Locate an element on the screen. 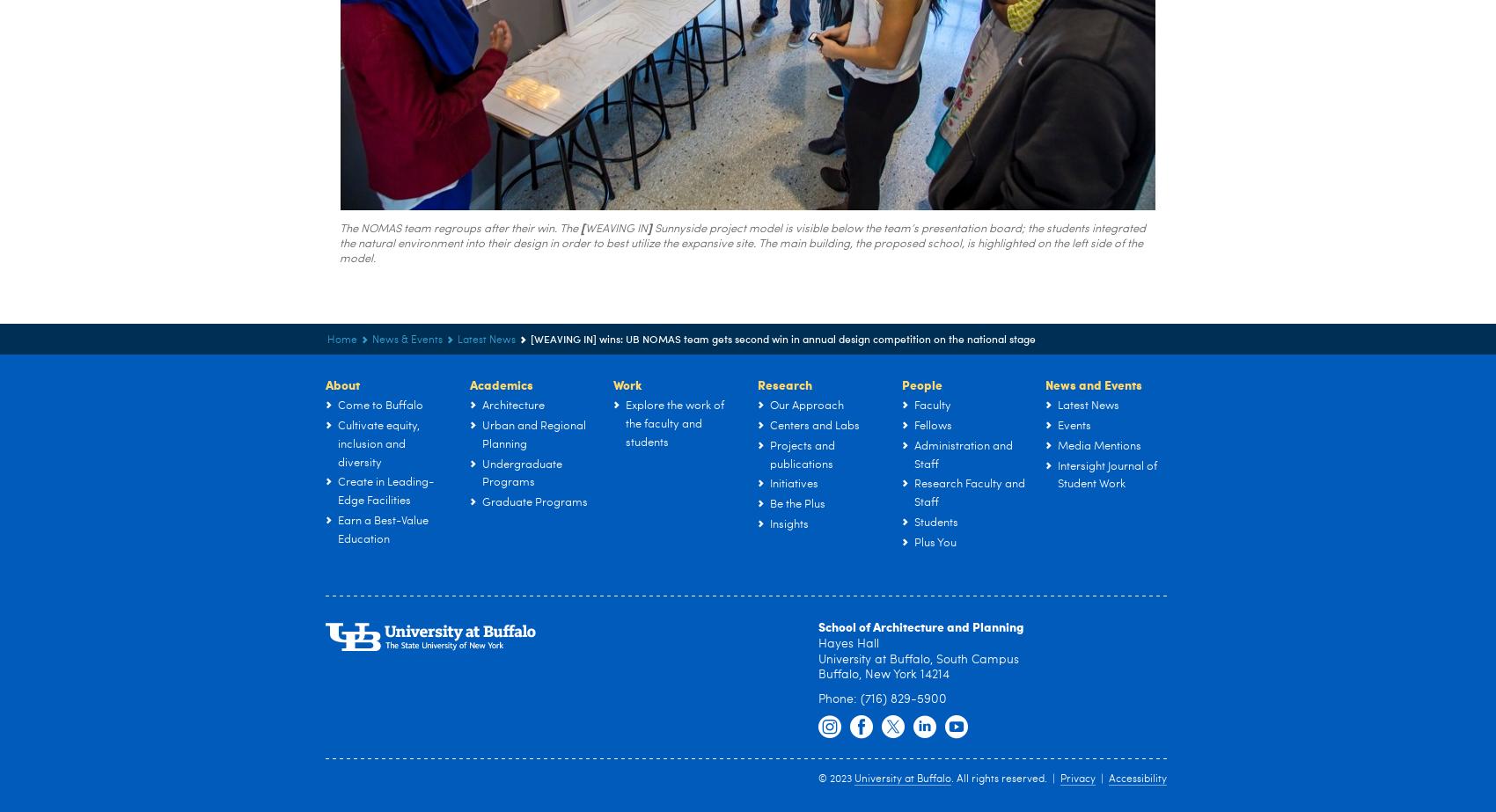 Image resolution: width=1496 pixels, height=812 pixels. 'Plus You' is located at coordinates (935, 541).